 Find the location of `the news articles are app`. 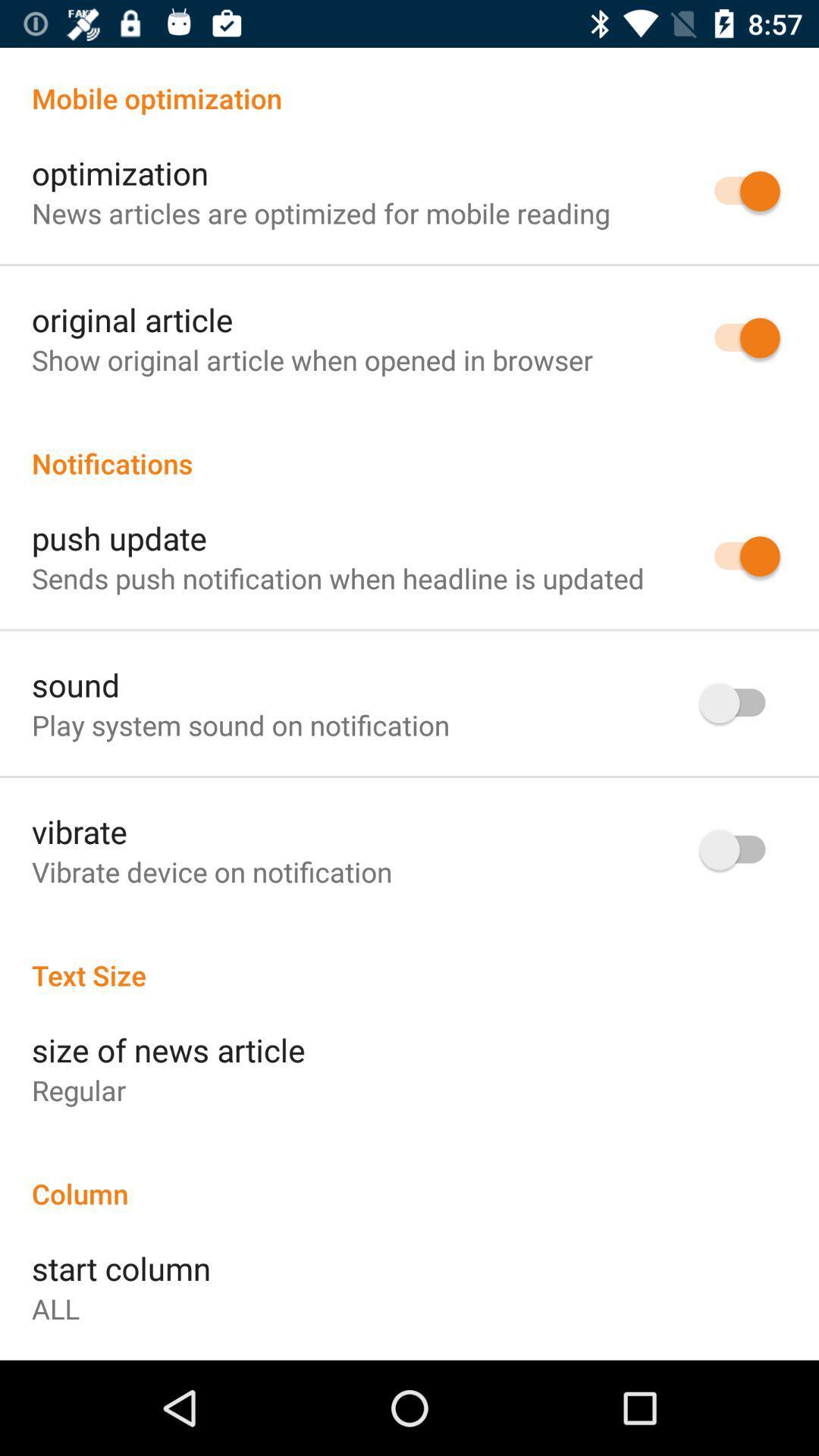

the news articles are app is located at coordinates (320, 212).